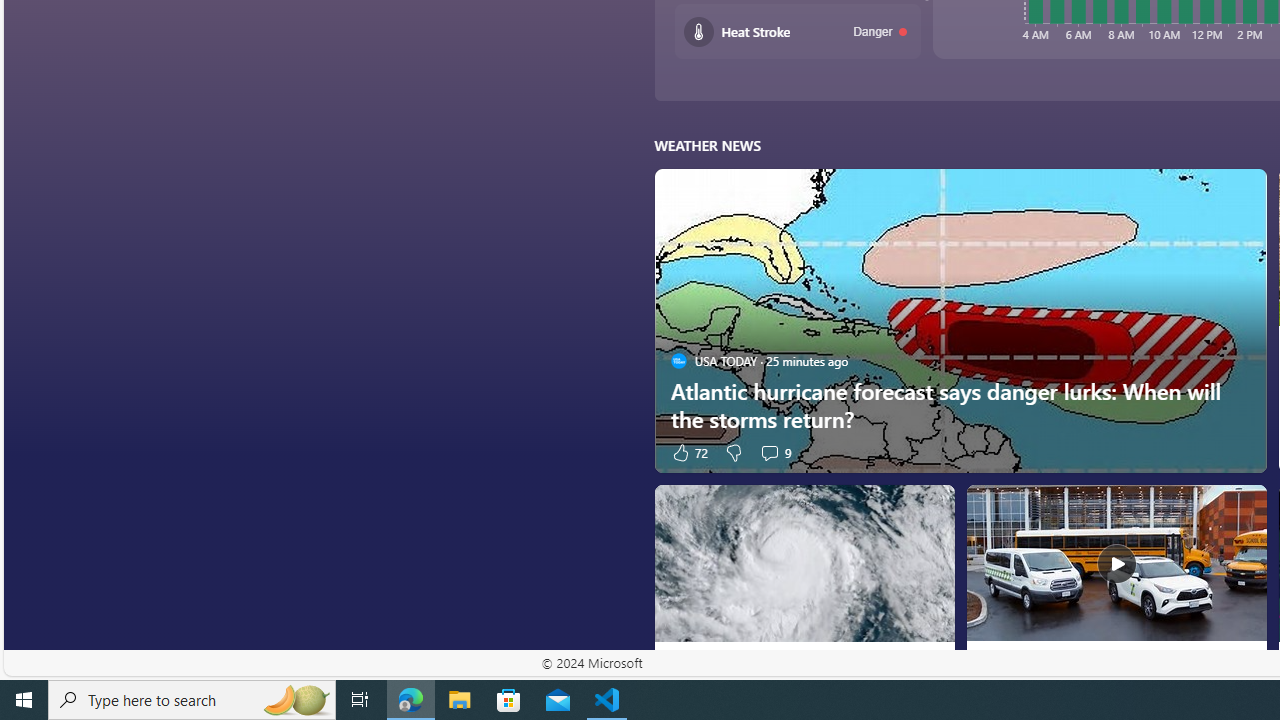  I want to click on 'View comments 9 Comment', so click(768, 452).